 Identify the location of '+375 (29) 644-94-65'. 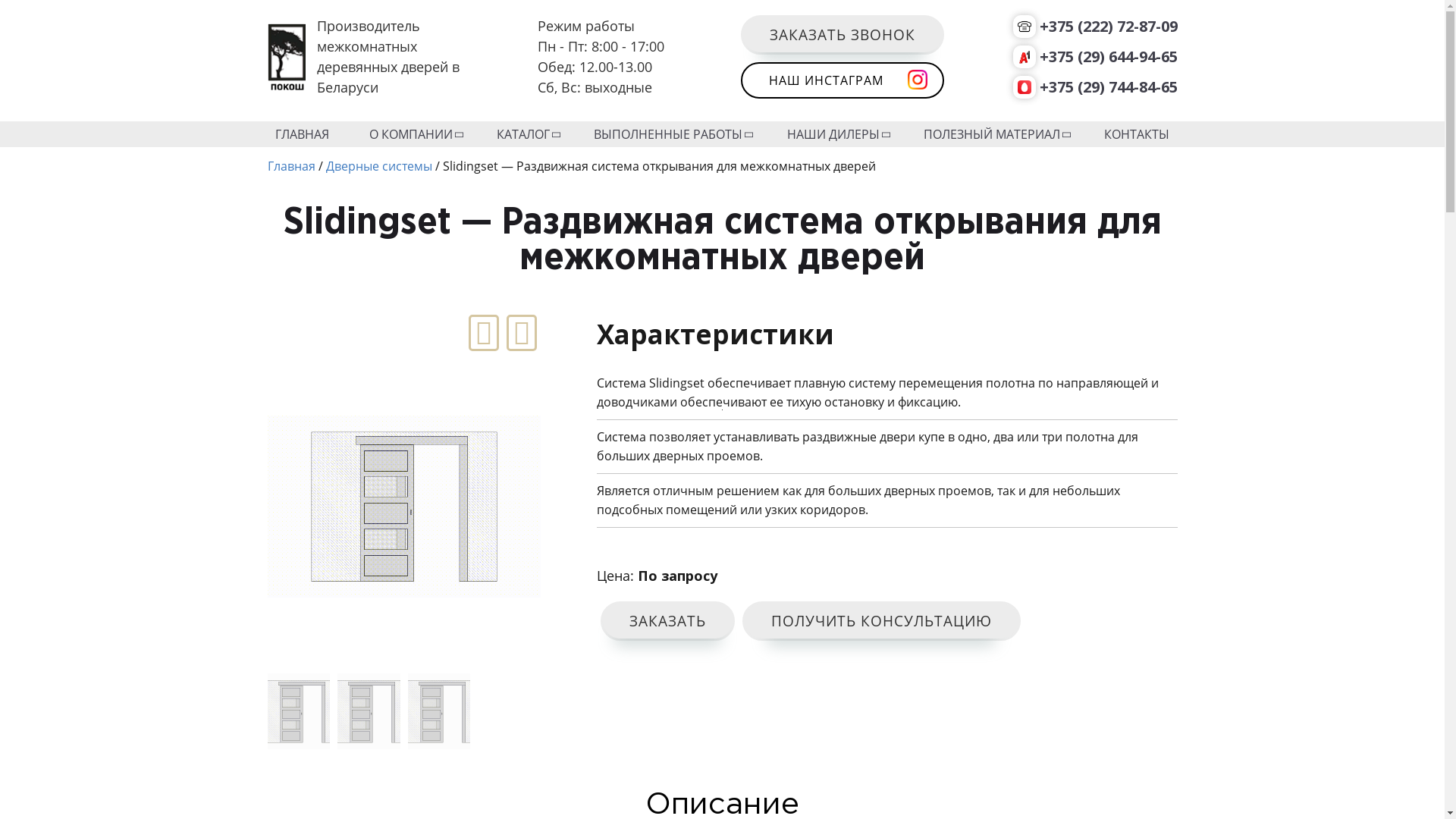
(1095, 55).